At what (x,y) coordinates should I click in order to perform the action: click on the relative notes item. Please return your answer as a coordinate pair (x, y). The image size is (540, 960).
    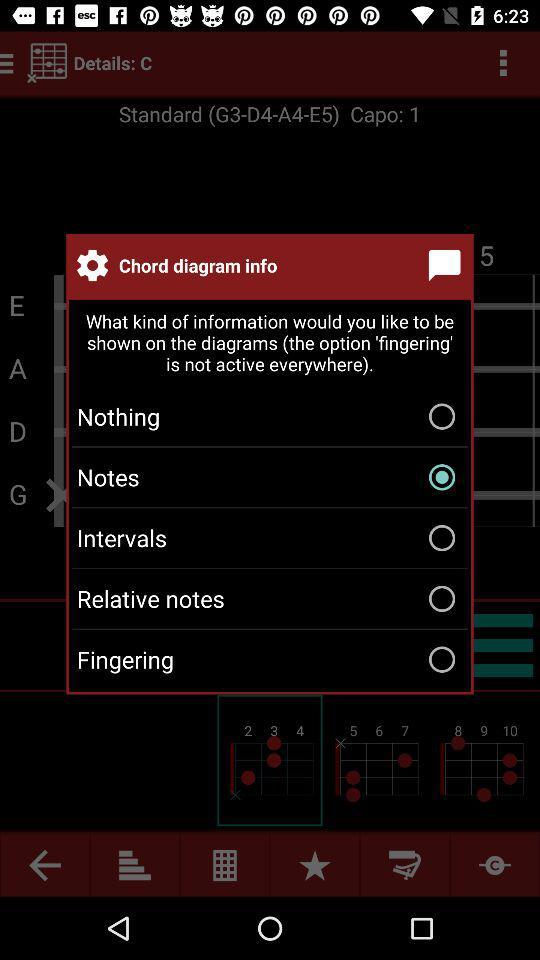
    Looking at the image, I should click on (270, 598).